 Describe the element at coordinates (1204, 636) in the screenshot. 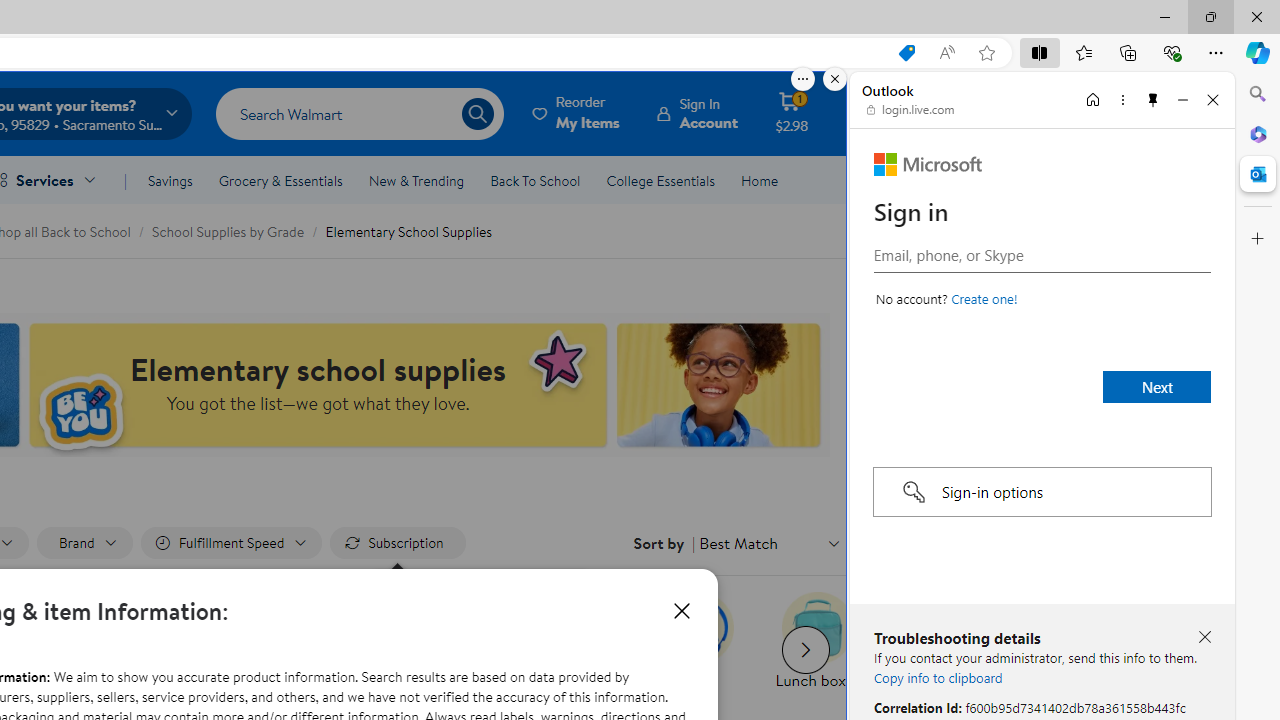

I see `'Close troubleshooting details'` at that location.